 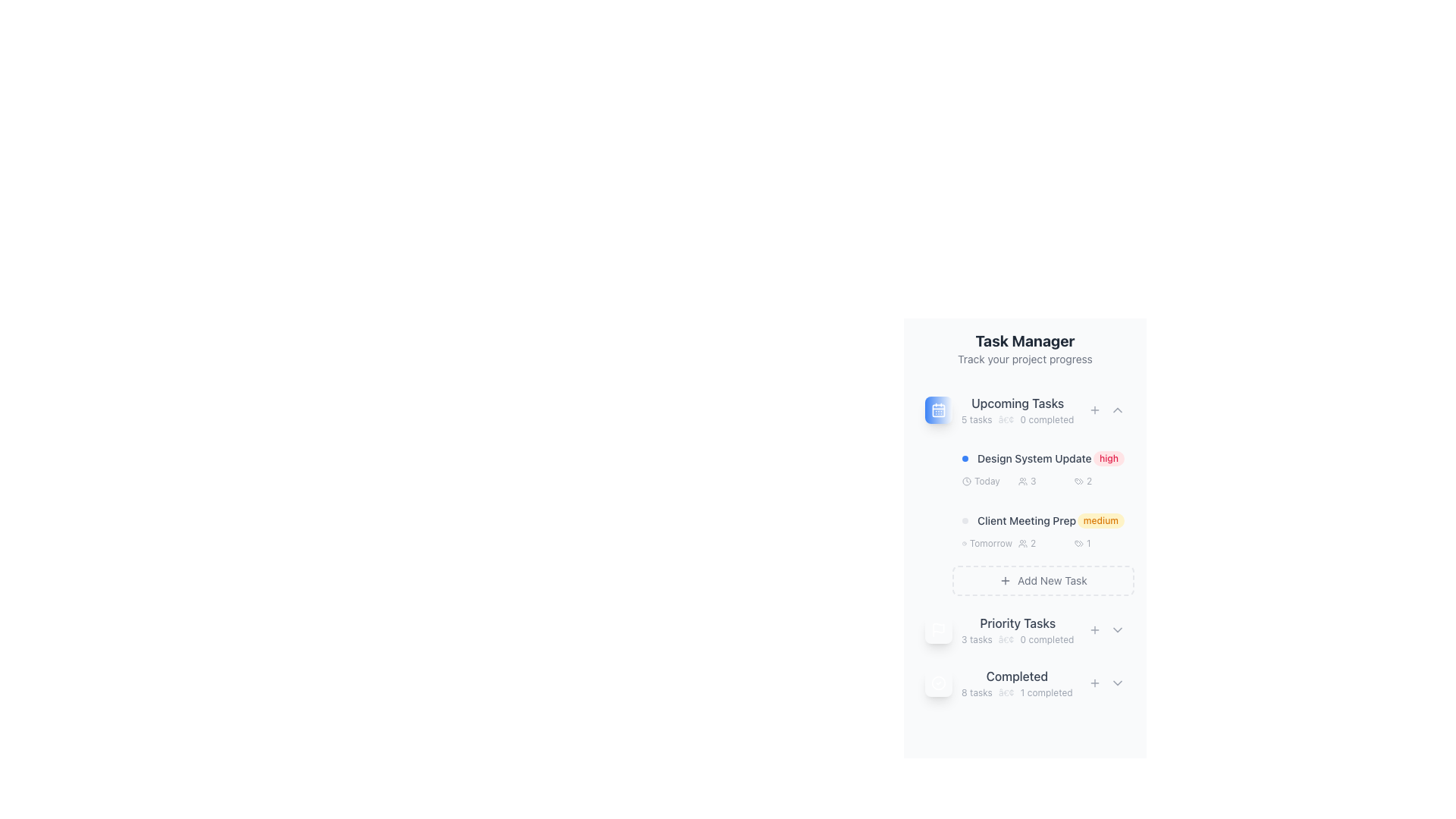 What do you see at coordinates (1006, 580) in the screenshot?
I see `the icon located in the center-left of the 'Add New Task' button` at bounding box center [1006, 580].